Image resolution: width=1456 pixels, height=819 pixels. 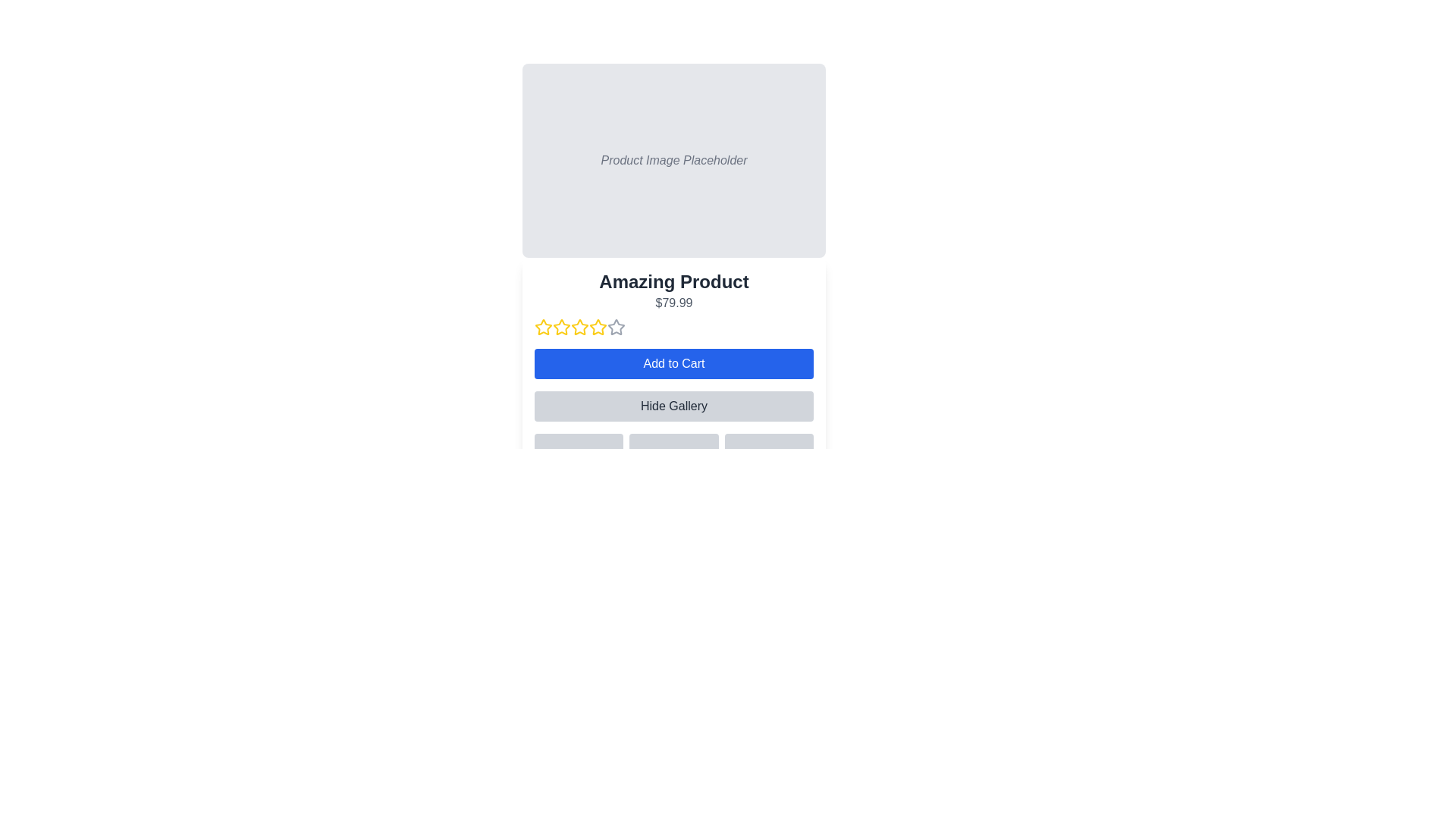 What do you see at coordinates (616, 327) in the screenshot?
I see `the sixth unselected rating star` at bounding box center [616, 327].